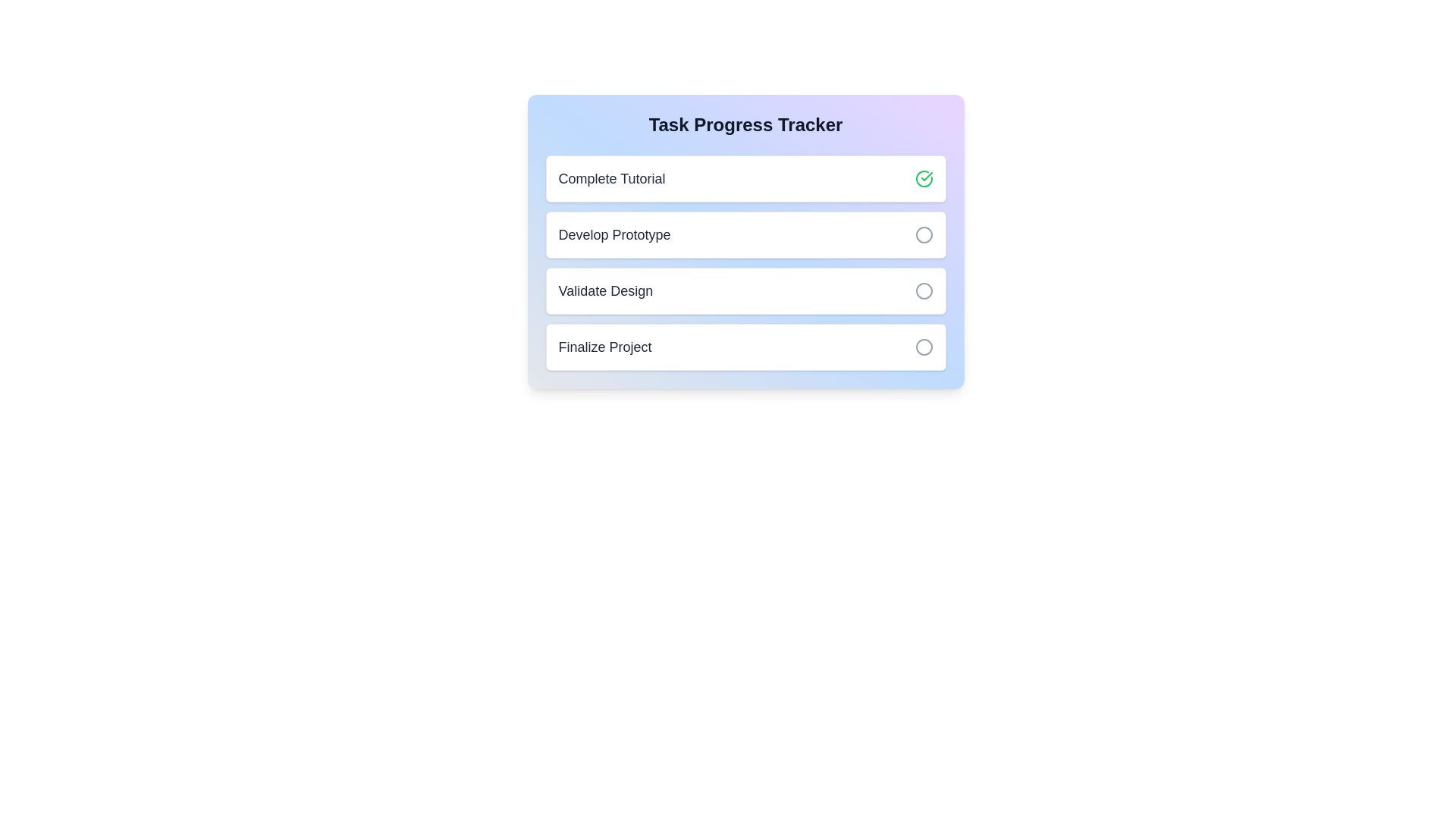 The height and width of the screenshot is (819, 1456). What do you see at coordinates (604, 347) in the screenshot?
I see `the task title Finalize Project` at bounding box center [604, 347].